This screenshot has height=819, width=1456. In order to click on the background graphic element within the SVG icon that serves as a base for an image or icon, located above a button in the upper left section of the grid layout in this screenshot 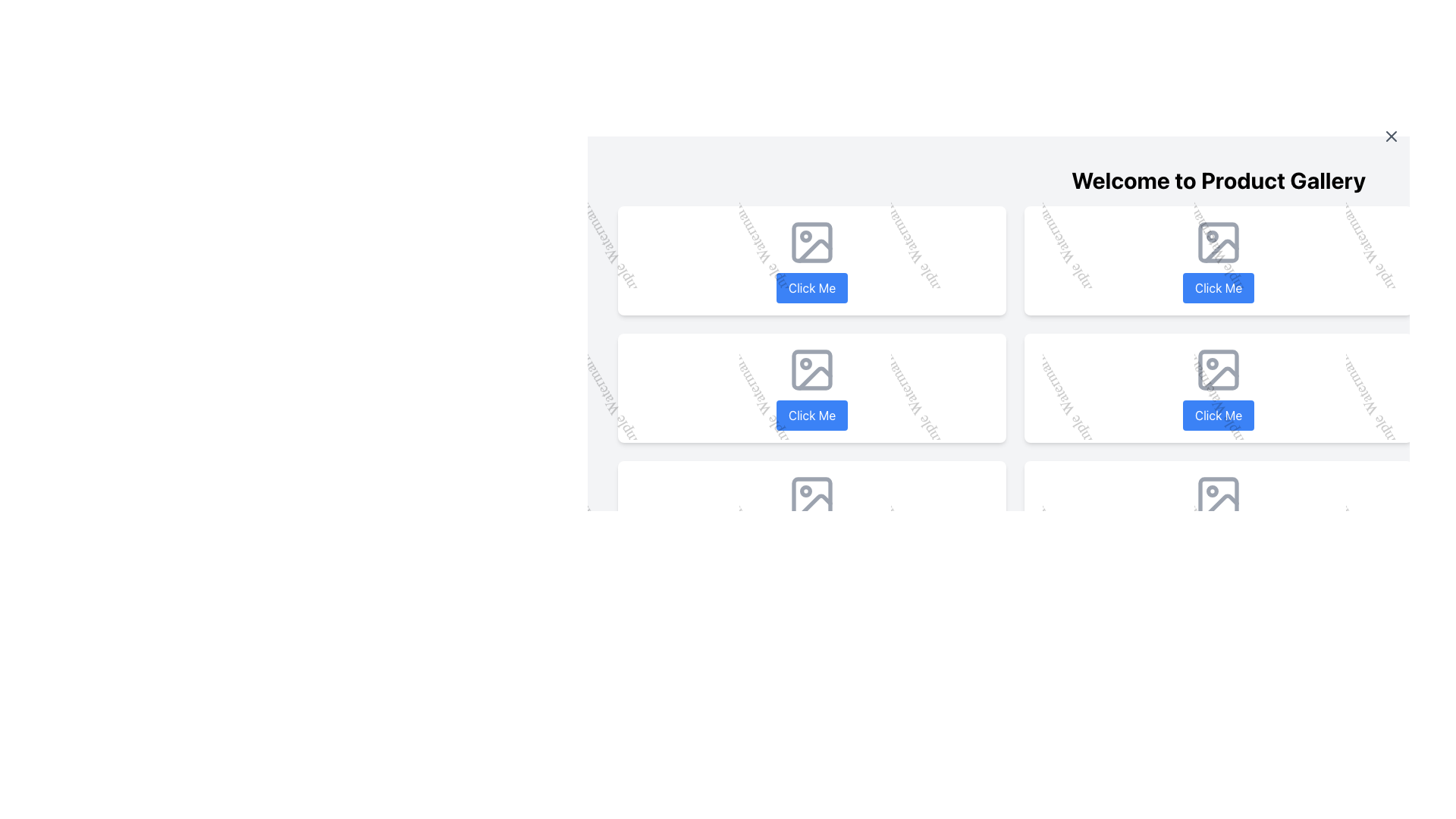, I will do `click(811, 242)`.